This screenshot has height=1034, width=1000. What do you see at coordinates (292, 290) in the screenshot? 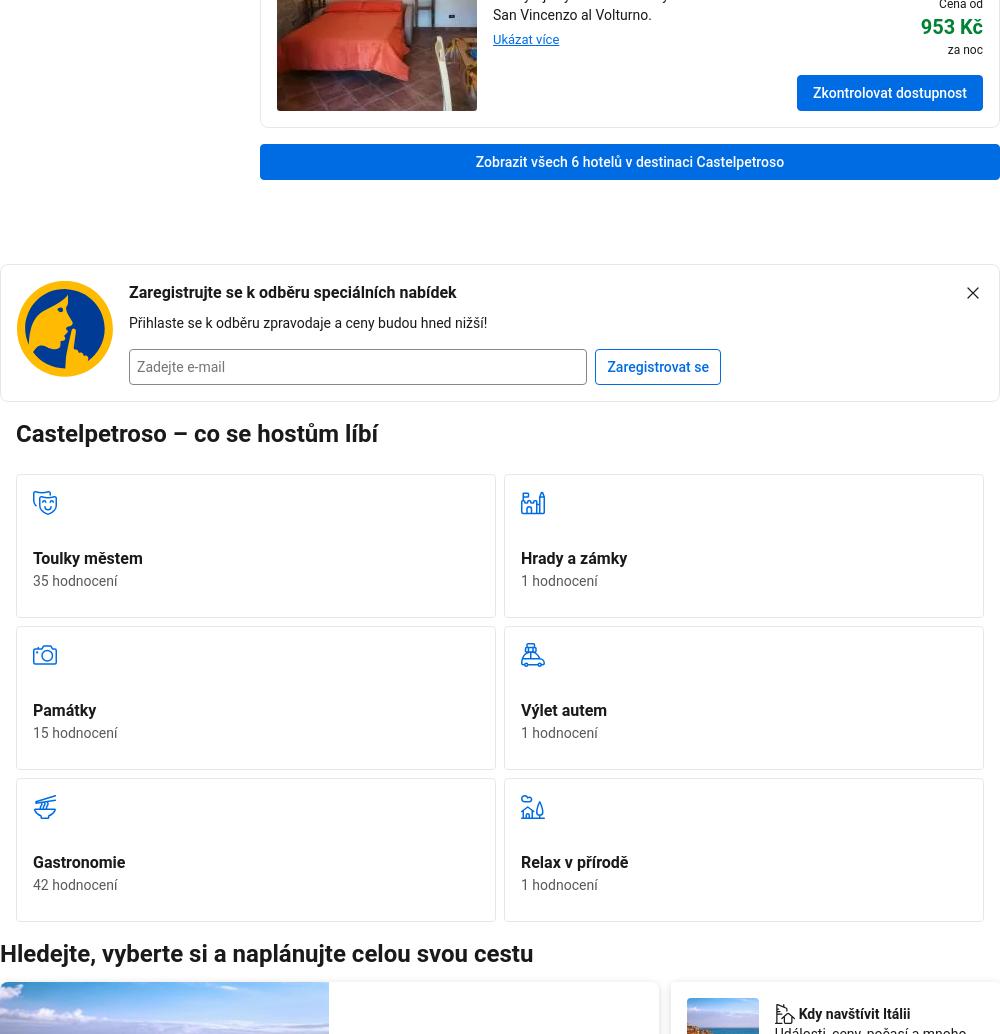
I see `'Zaregistrujte se k odběru speciálních nabídek'` at bounding box center [292, 290].